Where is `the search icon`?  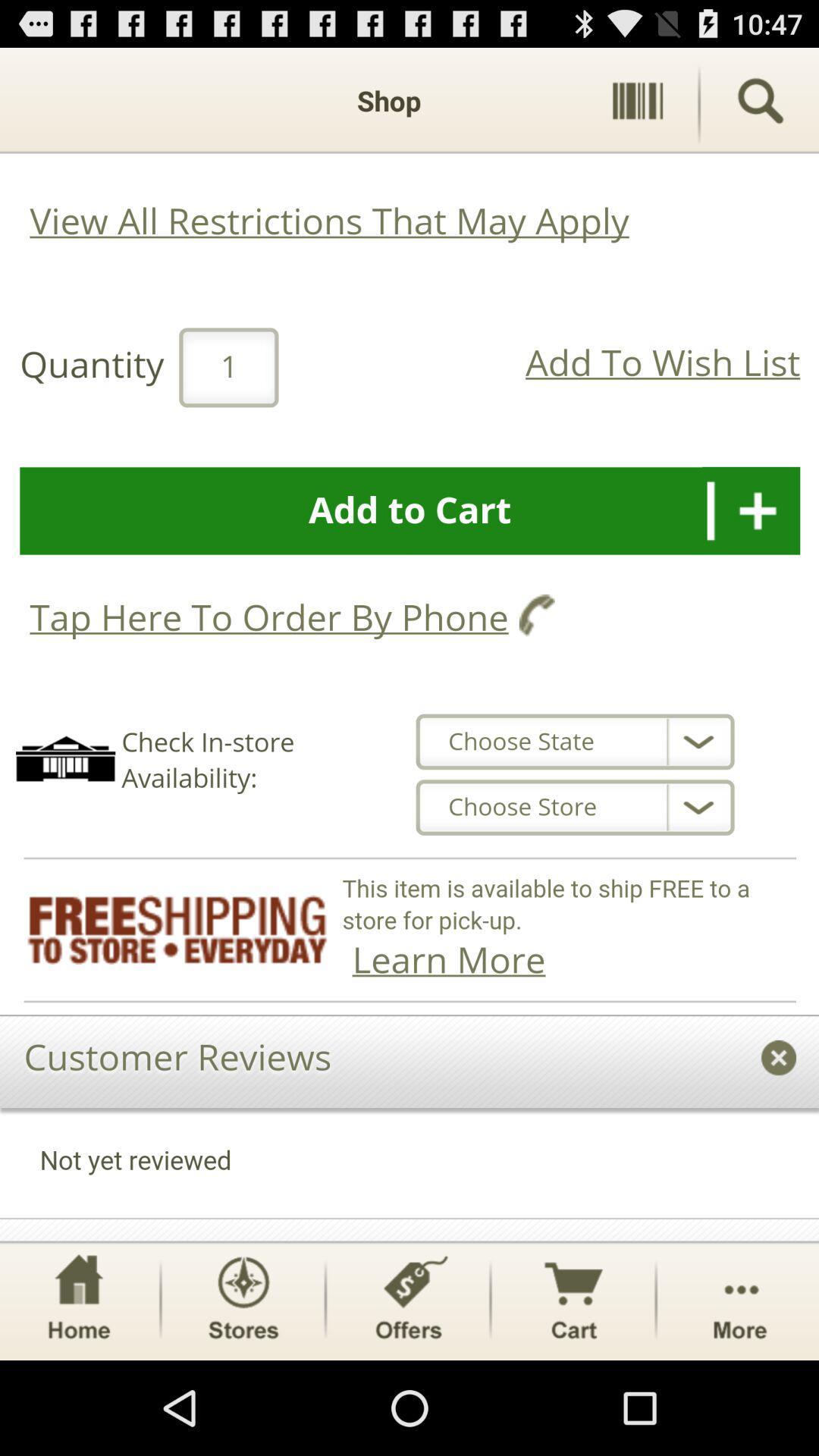 the search icon is located at coordinates (760, 107).